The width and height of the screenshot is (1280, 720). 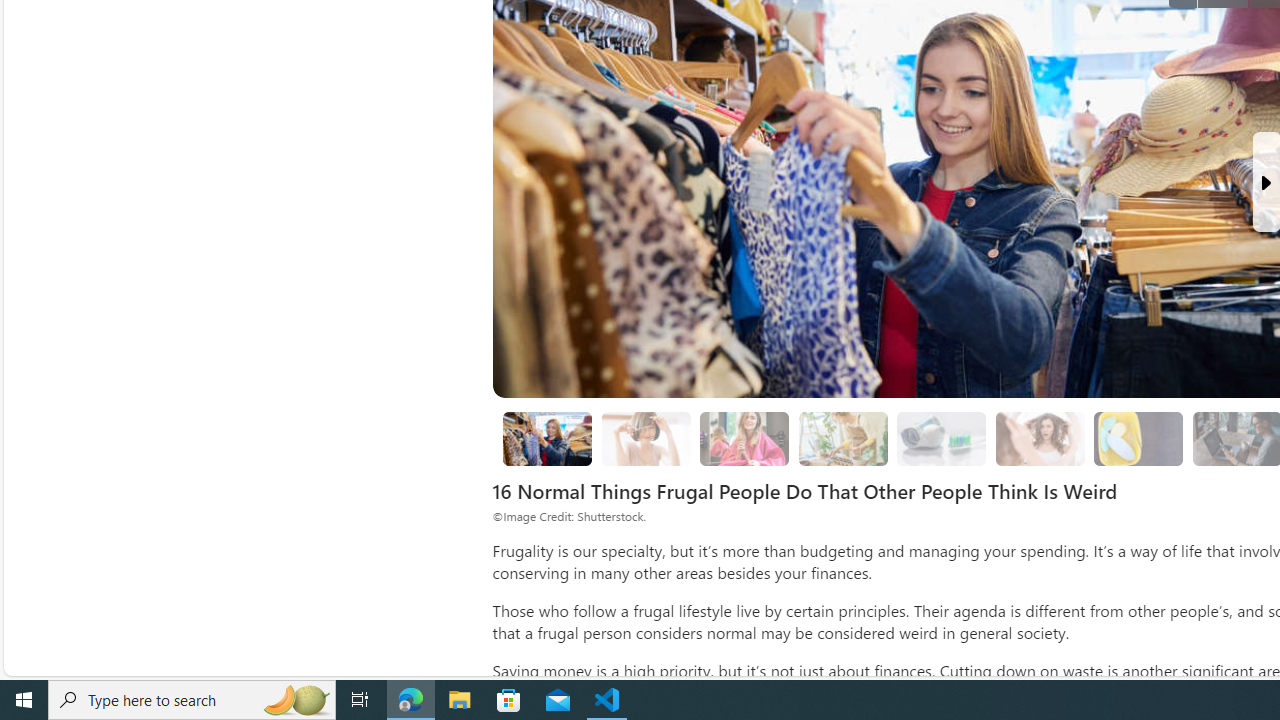 I want to click on '8. Thrift Shopping', so click(x=547, y=437).